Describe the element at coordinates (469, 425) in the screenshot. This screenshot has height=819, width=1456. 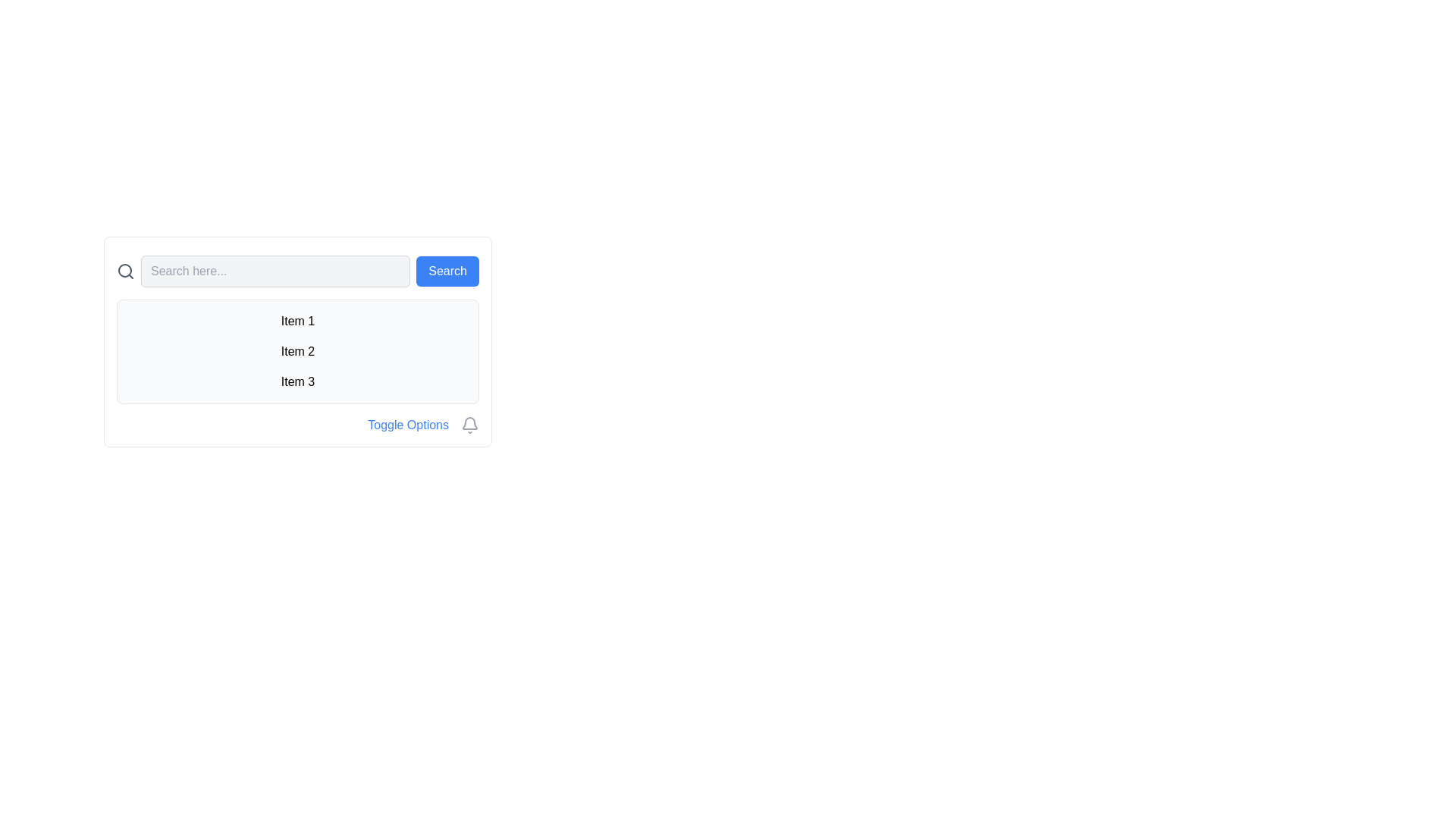
I see `the gray, minimalistic bell icon located to the right of the 'Toggle Options' text element` at that location.